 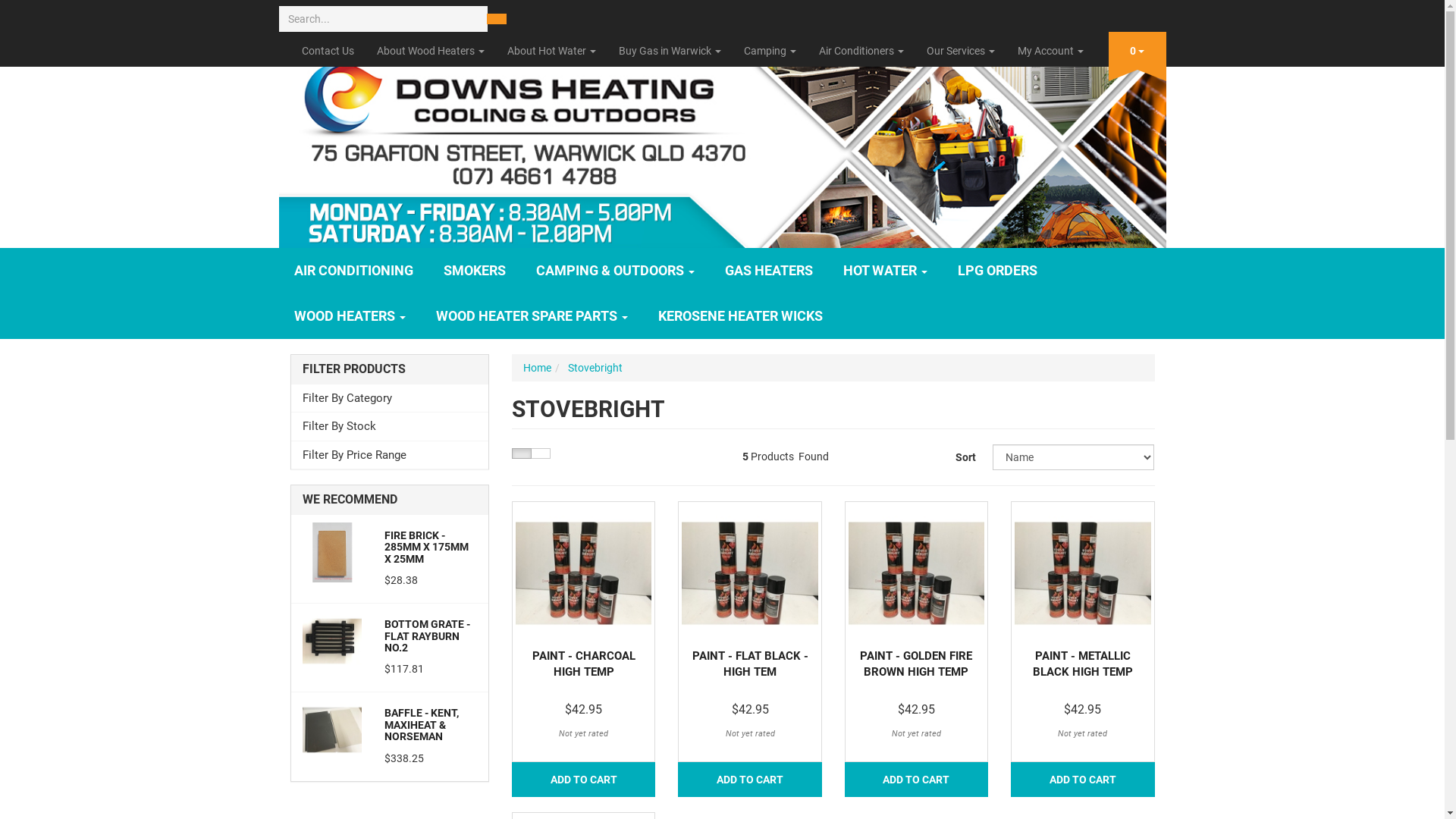 I want to click on 'ADD TO CART', so click(x=1081, y=780).